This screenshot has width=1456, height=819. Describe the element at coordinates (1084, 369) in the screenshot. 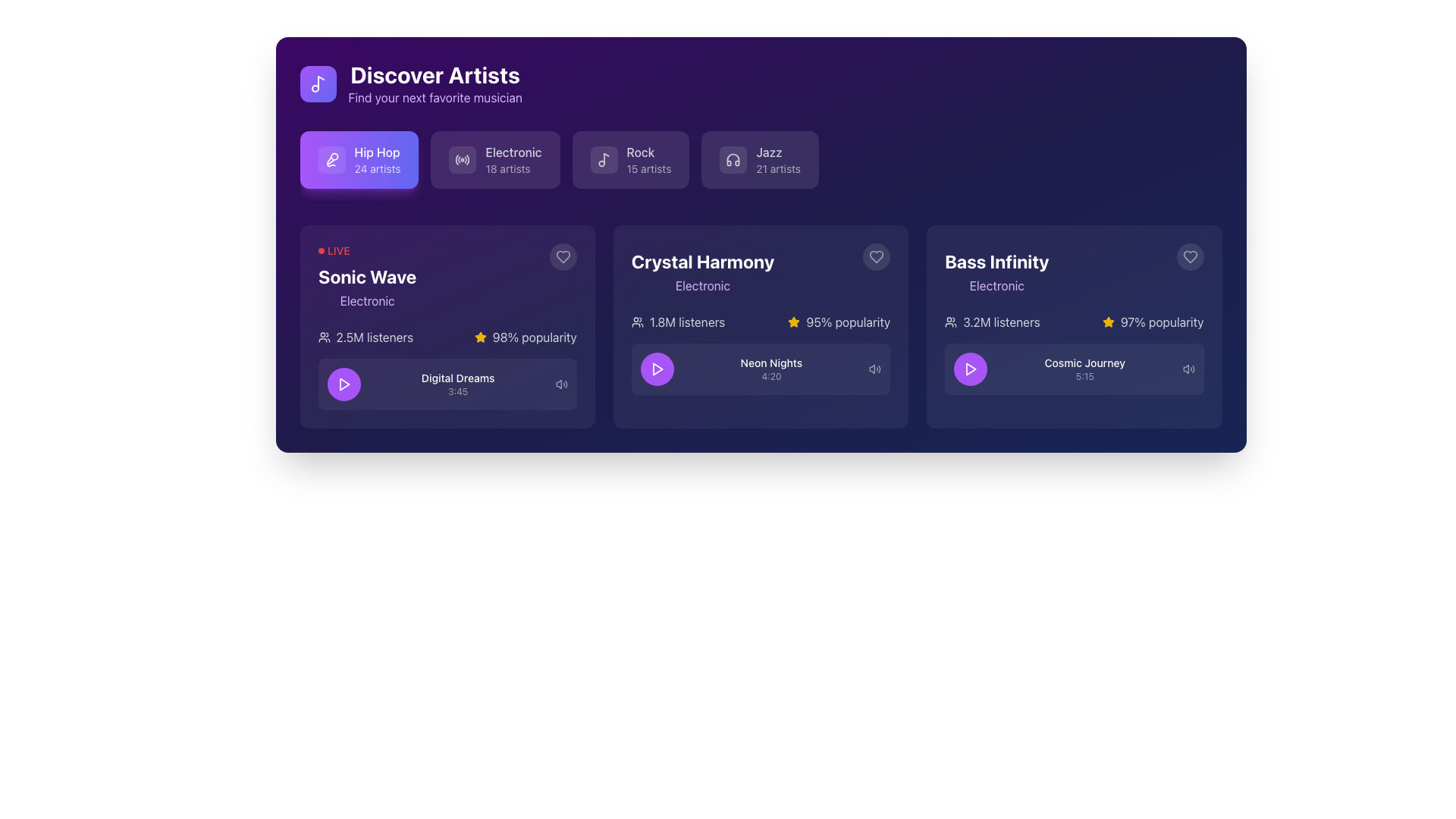

I see `text content displayed in the Text block for the musical track title and duration, located inside the 'Bass Infinity' card, beneath the purple play button and above the volume icon` at that location.